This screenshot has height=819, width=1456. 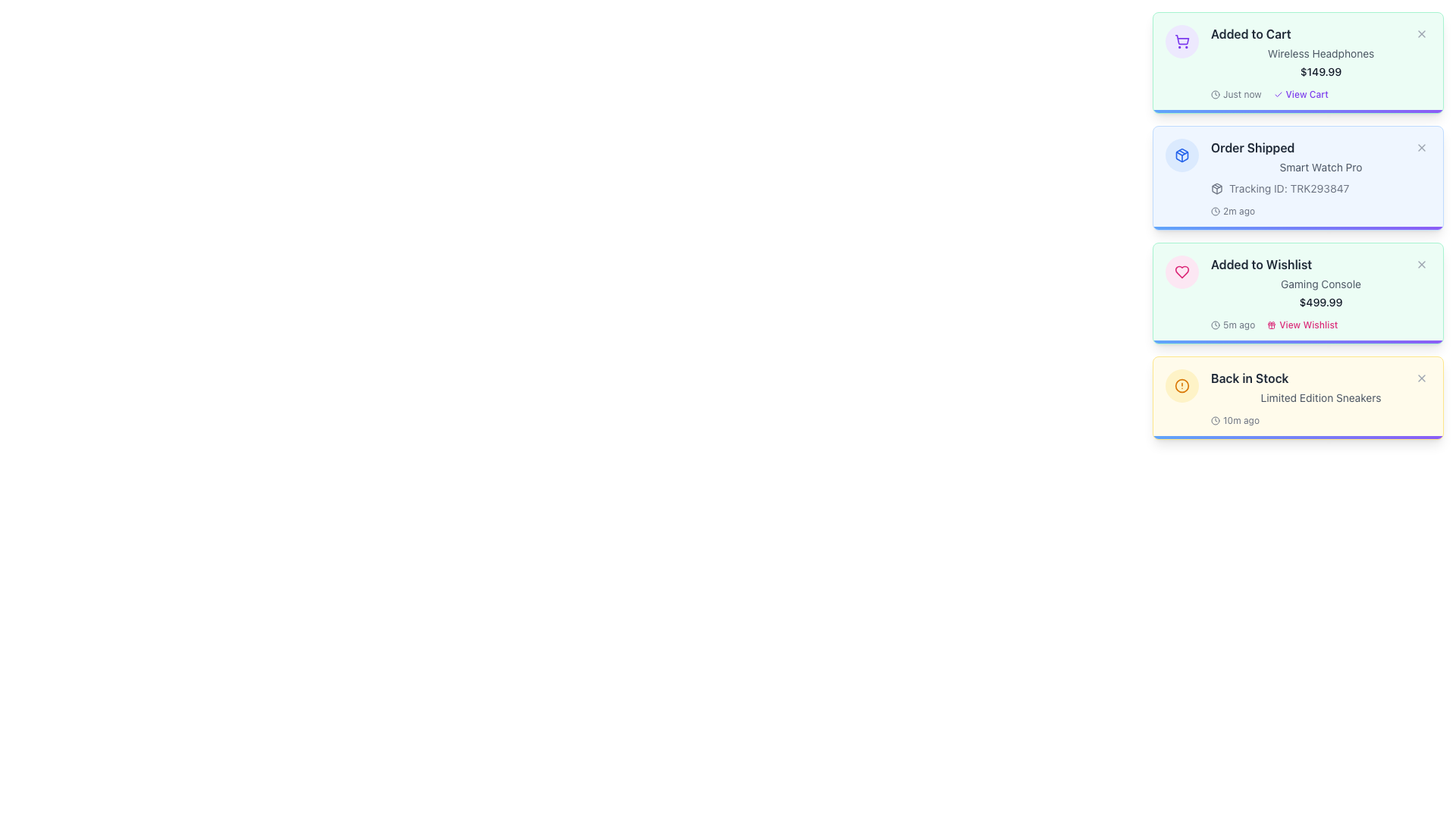 I want to click on the notification card with a light green background that displays 'Added to Wishlist' in bold dark text, followed by 'Gaming Console' and the price '$499.99', so click(x=1320, y=293).